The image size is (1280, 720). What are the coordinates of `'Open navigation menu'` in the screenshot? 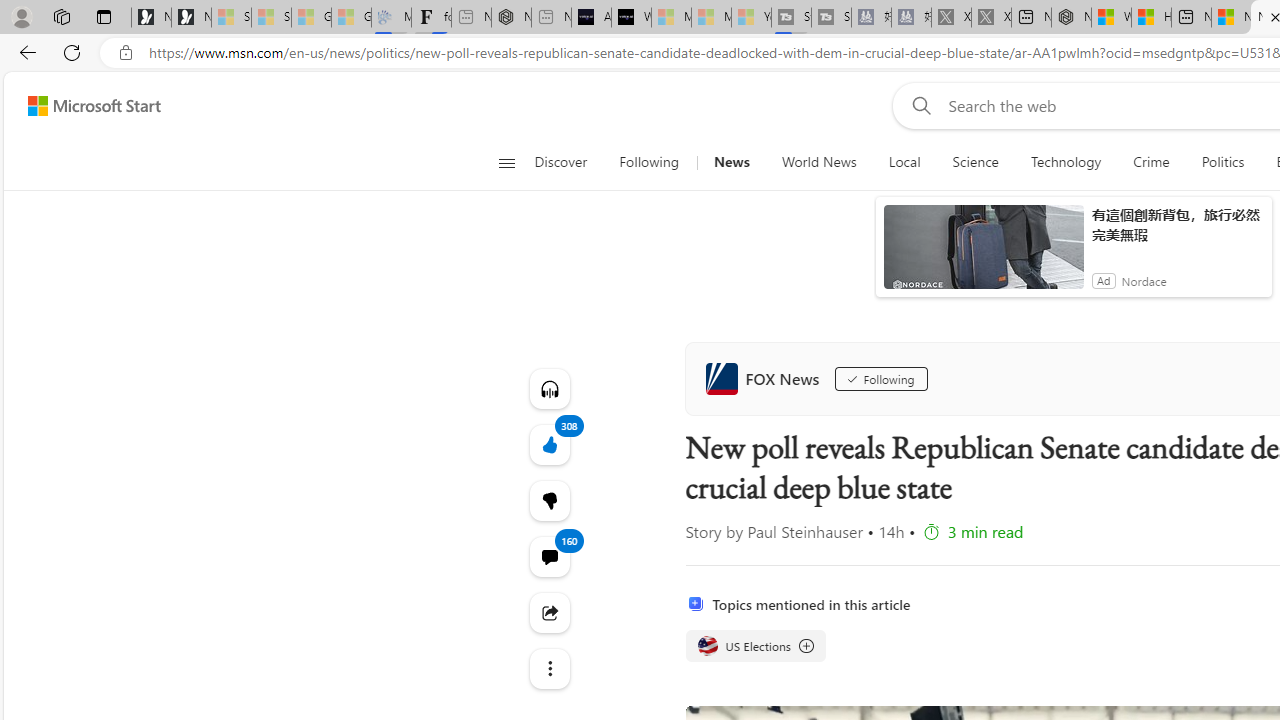 It's located at (506, 162).